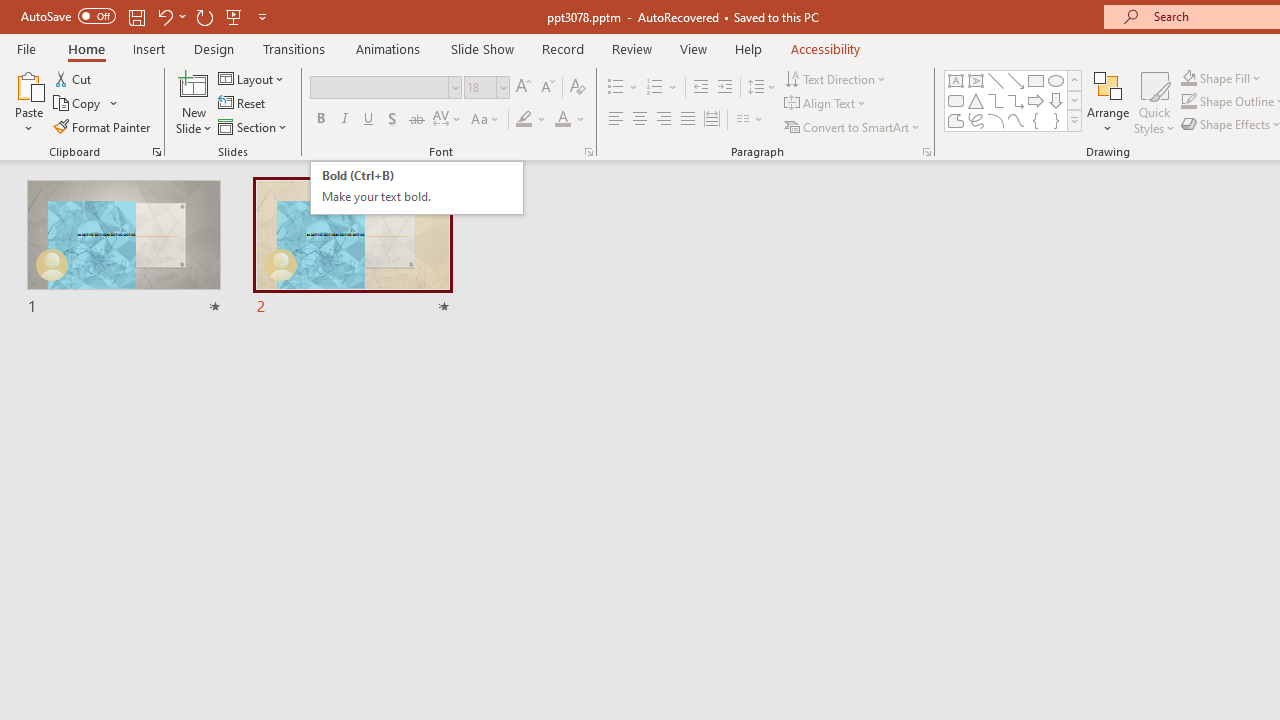 The width and height of the screenshot is (1280, 720). What do you see at coordinates (415, 119) in the screenshot?
I see `'Strikethrough'` at bounding box center [415, 119].